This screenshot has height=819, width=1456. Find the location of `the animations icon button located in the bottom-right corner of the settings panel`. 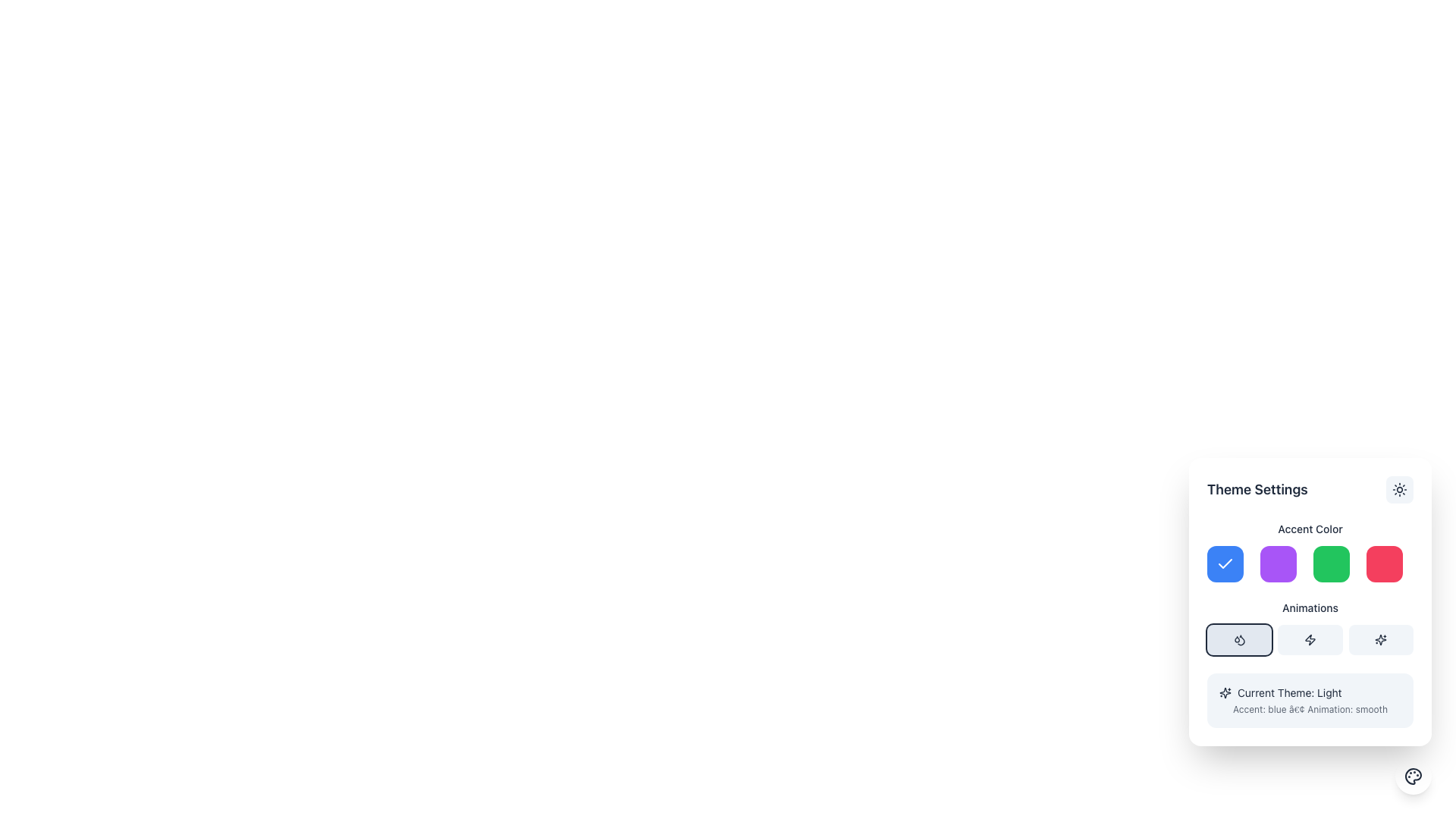

the animations icon button located in the bottom-right corner of the settings panel is located at coordinates (1380, 640).